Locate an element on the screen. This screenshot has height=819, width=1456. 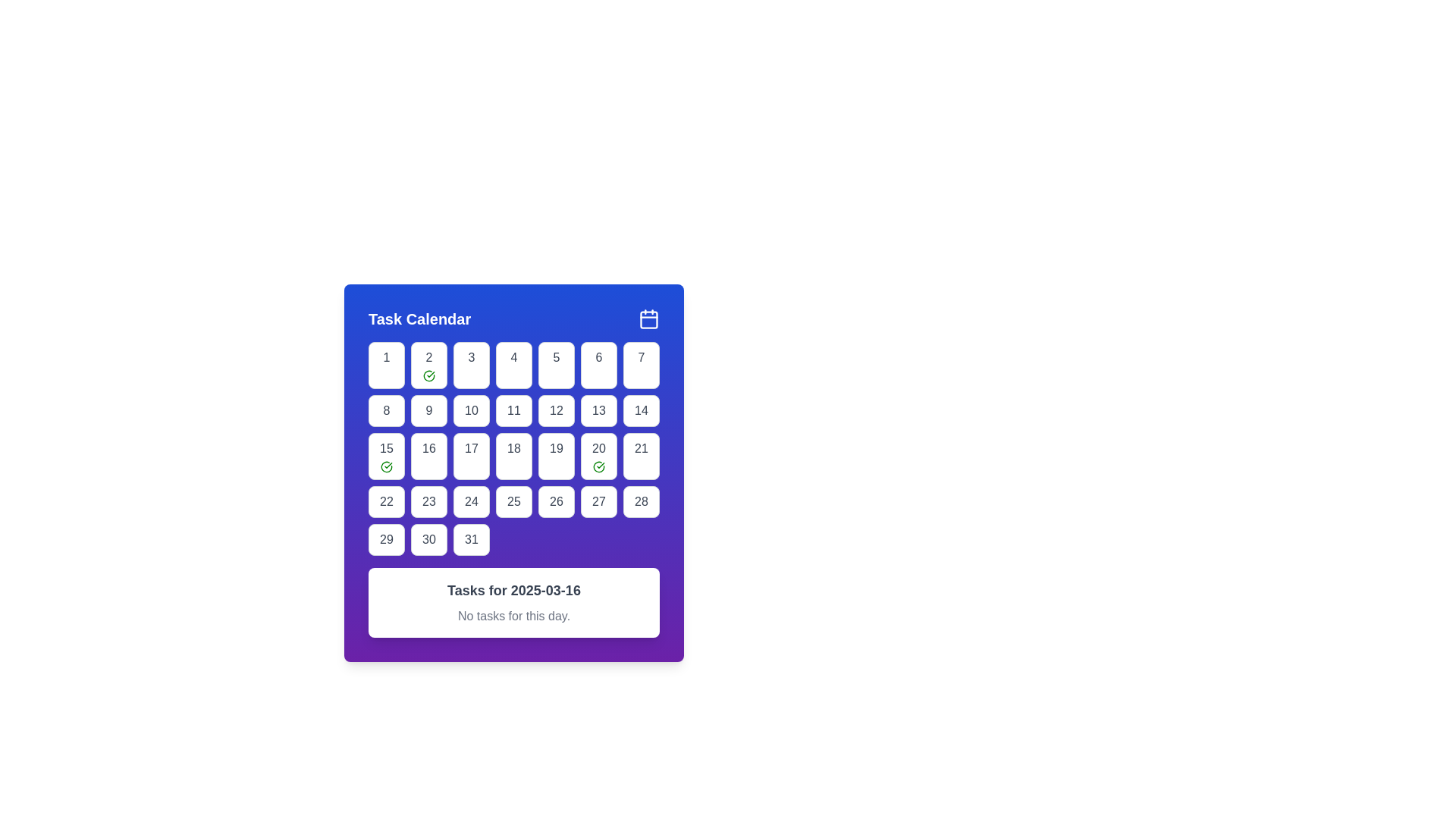
the text label displaying the number '19' inside the square button with rounded corners and gray border is located at coordinates (556, 447).